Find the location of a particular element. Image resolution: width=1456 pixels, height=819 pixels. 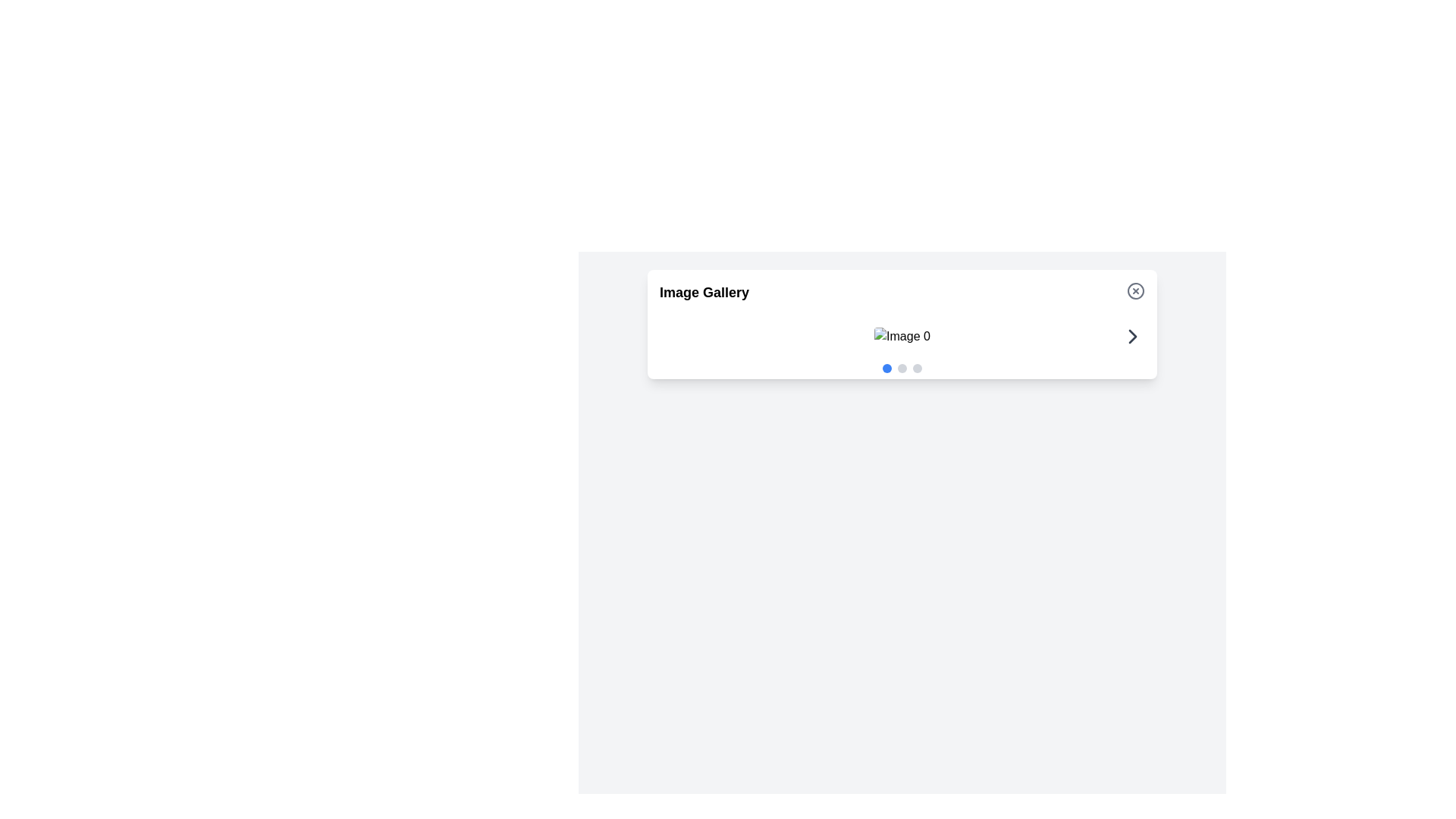

the second light gray Navigation Dot below the 'Image Gallery' image is located at coordinates (902, 369).